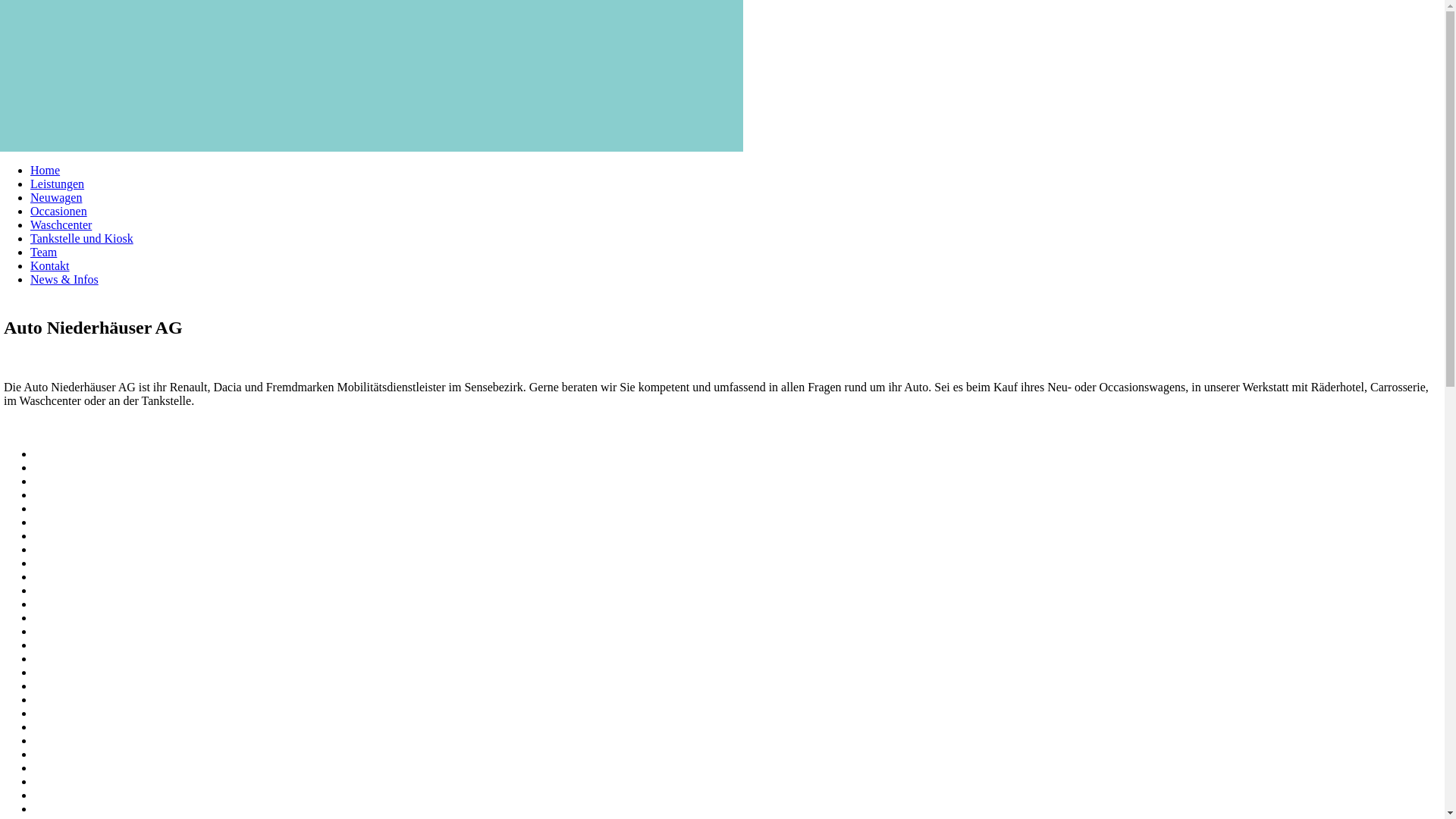 The image size is (1456, 819). Describe the element at coordinates (30, 251) in the screenshot. I see `'Team'` at that location.